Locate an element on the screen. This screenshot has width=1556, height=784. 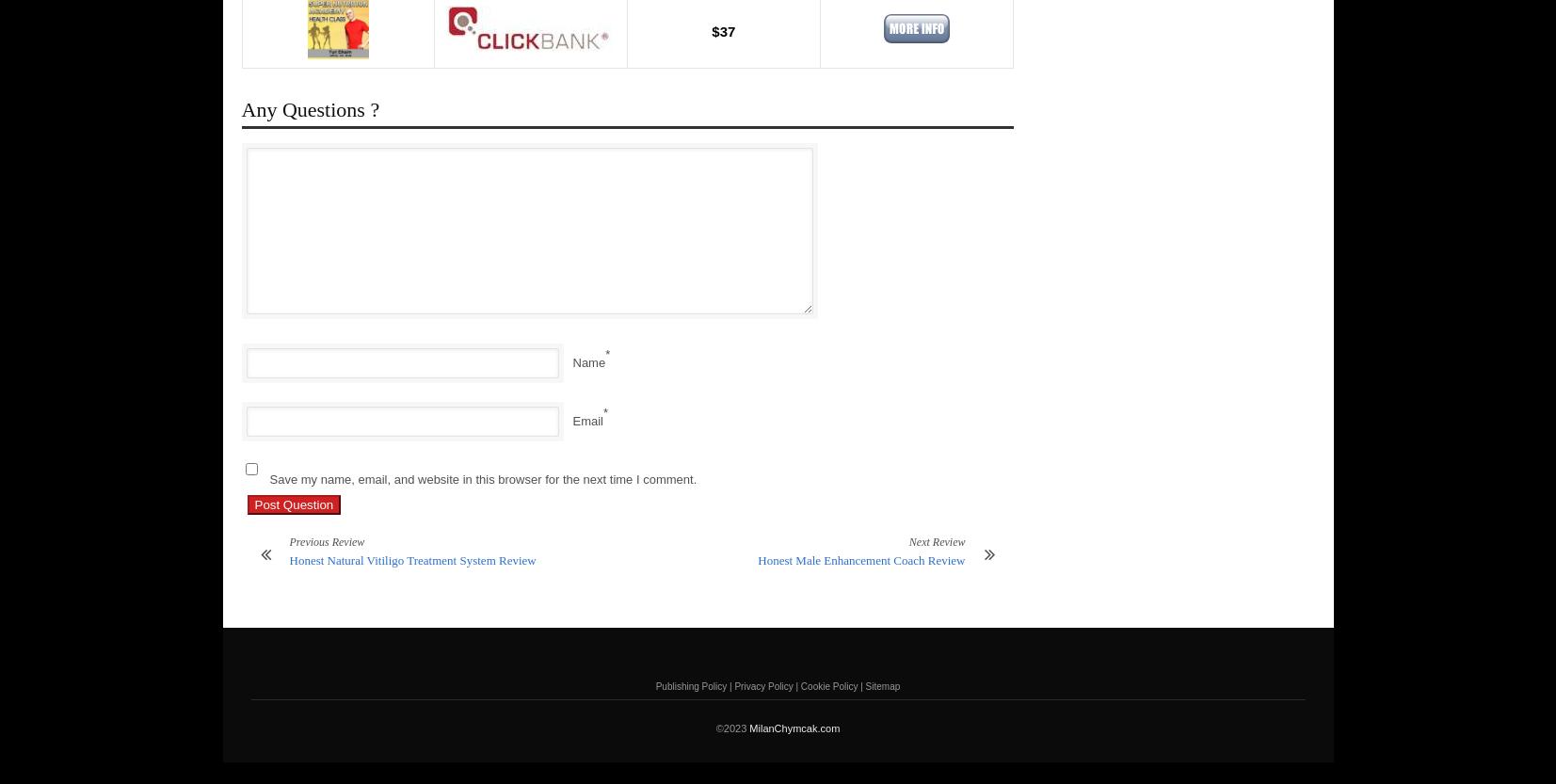
'Name' is located at coordinates (587, 362).